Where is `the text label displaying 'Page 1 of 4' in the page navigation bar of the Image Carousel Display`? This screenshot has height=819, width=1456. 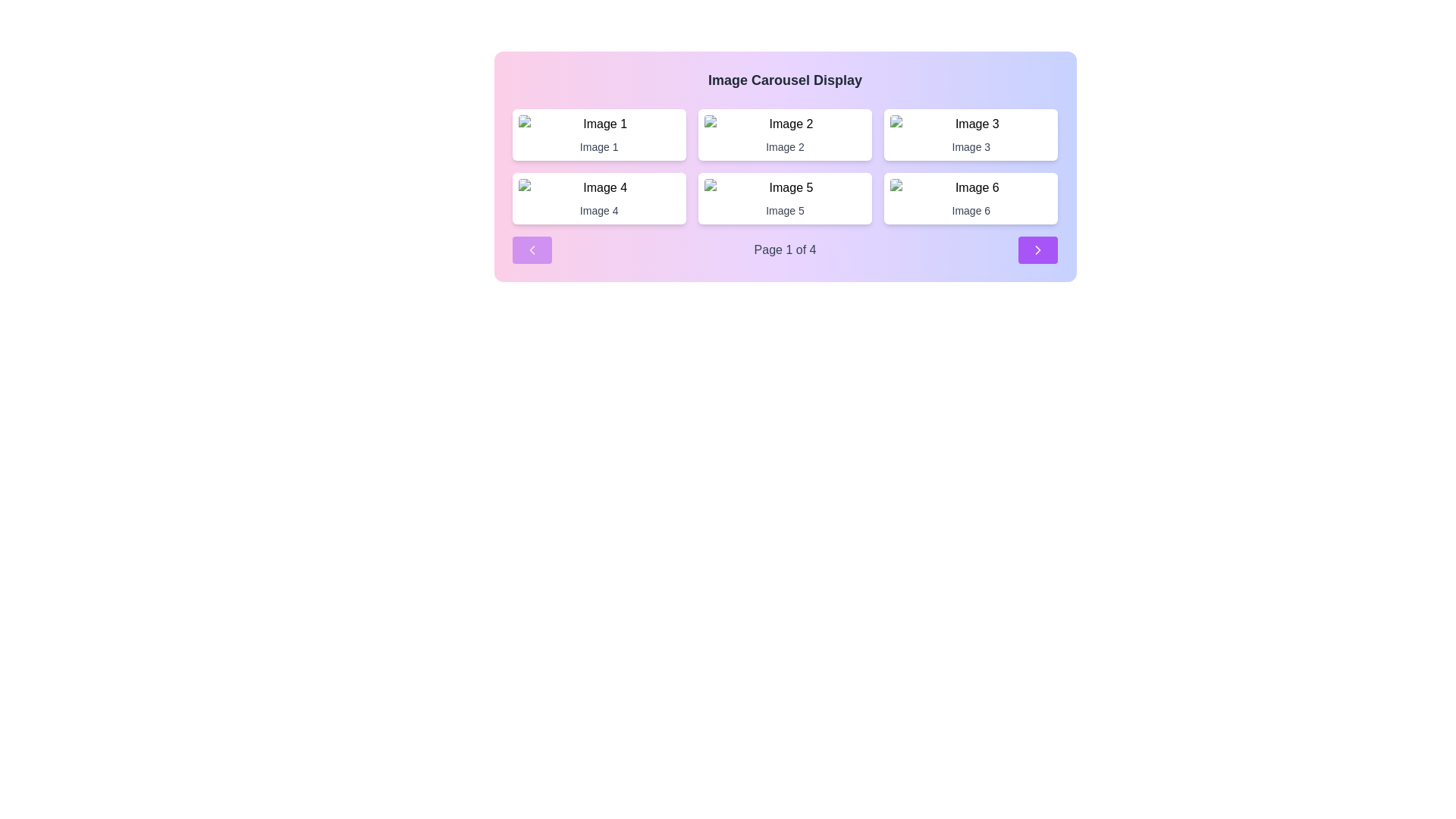 the text label displaying 'Page 1 of 4' in the page navigation bar of the Image Carousel Display is located at coordinates (785, 249).